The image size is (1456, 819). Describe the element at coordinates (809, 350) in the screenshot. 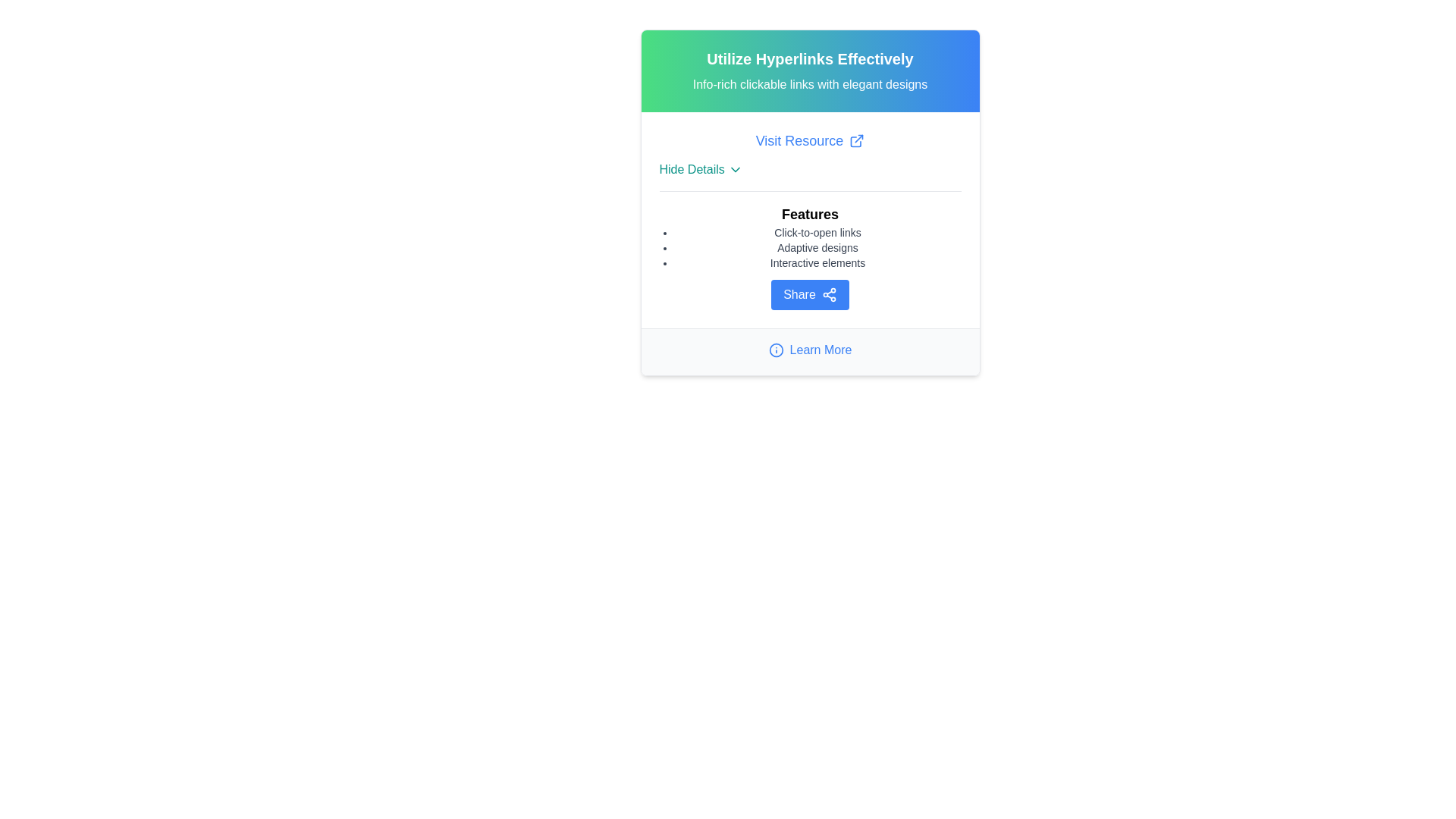

I see `the 'Learn More' hyperlink with an inline information icon located in the bottom section of a panel` at that location.